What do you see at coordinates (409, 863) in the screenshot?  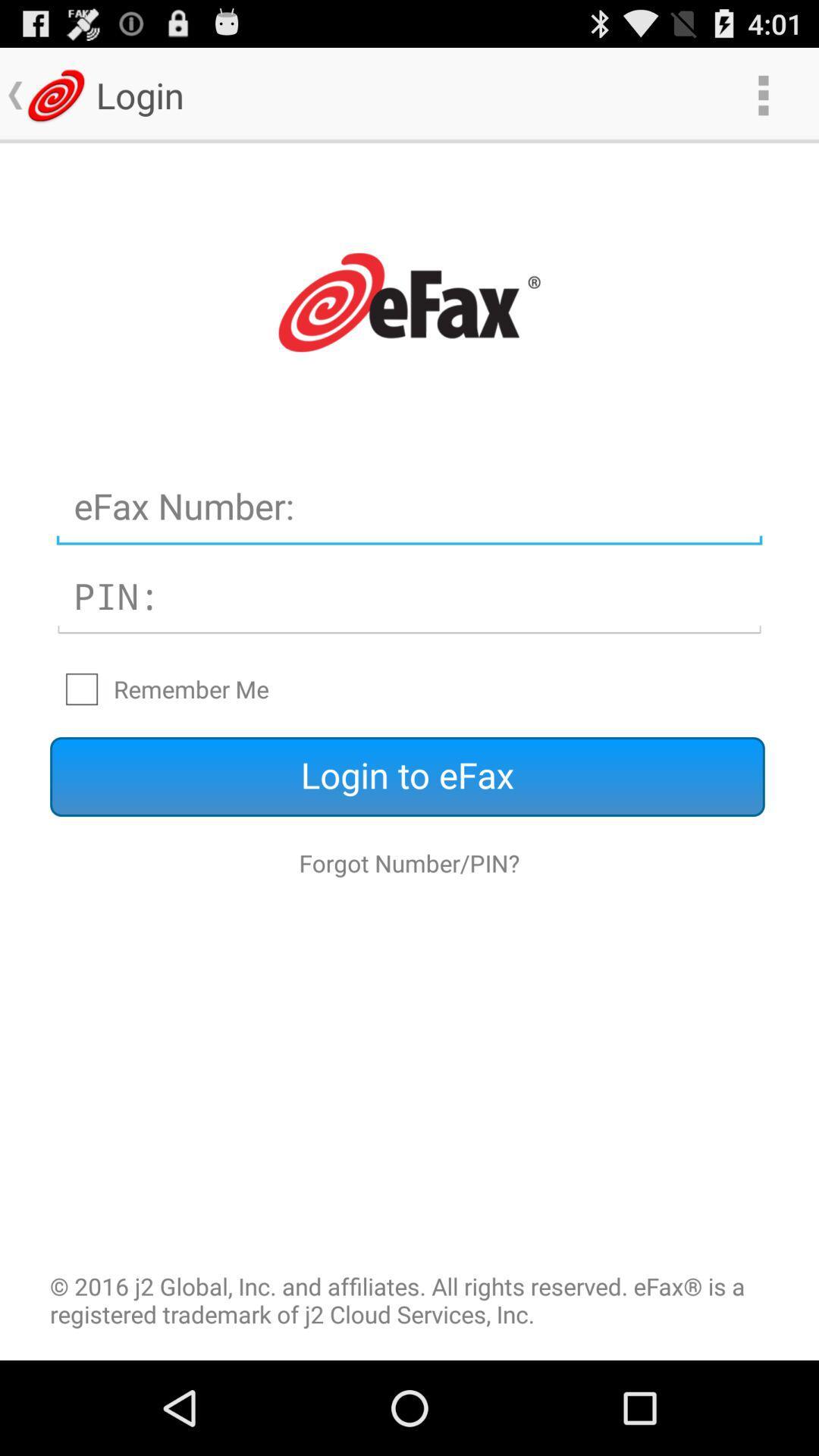 I see `the text below the login to efax` at bounding box center [409, 863].